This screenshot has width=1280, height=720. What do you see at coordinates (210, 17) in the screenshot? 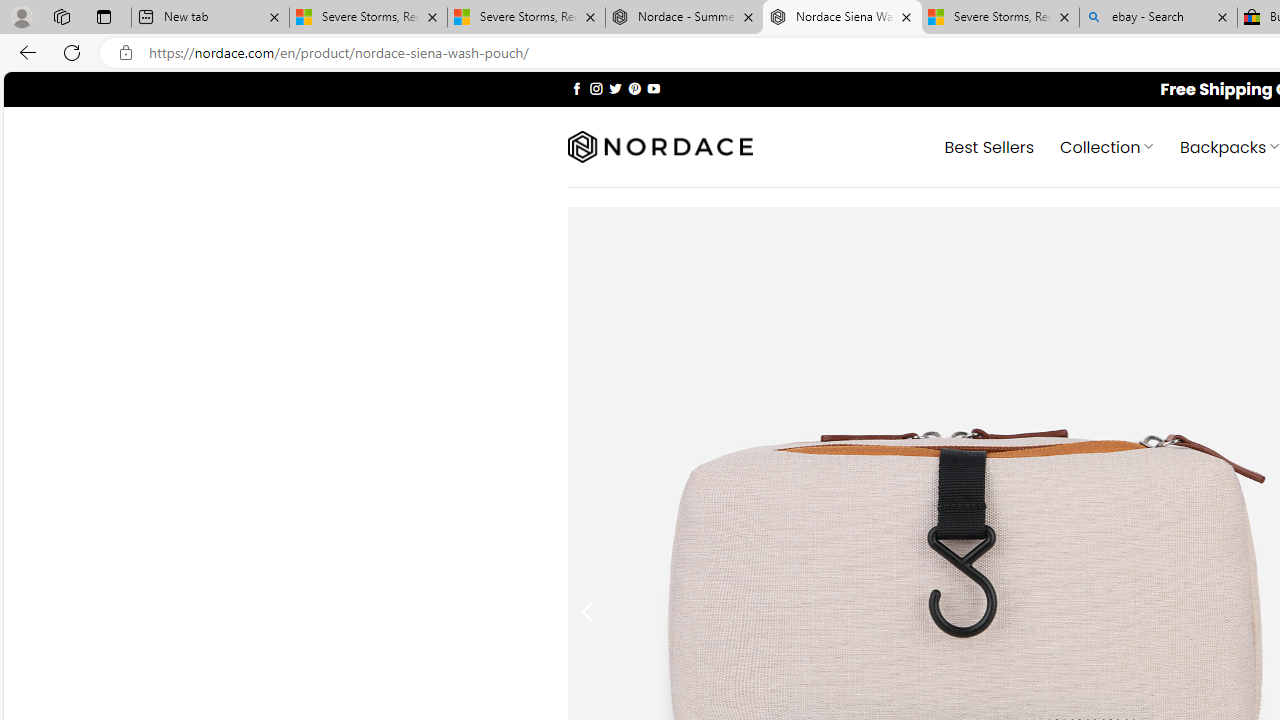
I see `'New tab'` at bounding box center [210, 17].